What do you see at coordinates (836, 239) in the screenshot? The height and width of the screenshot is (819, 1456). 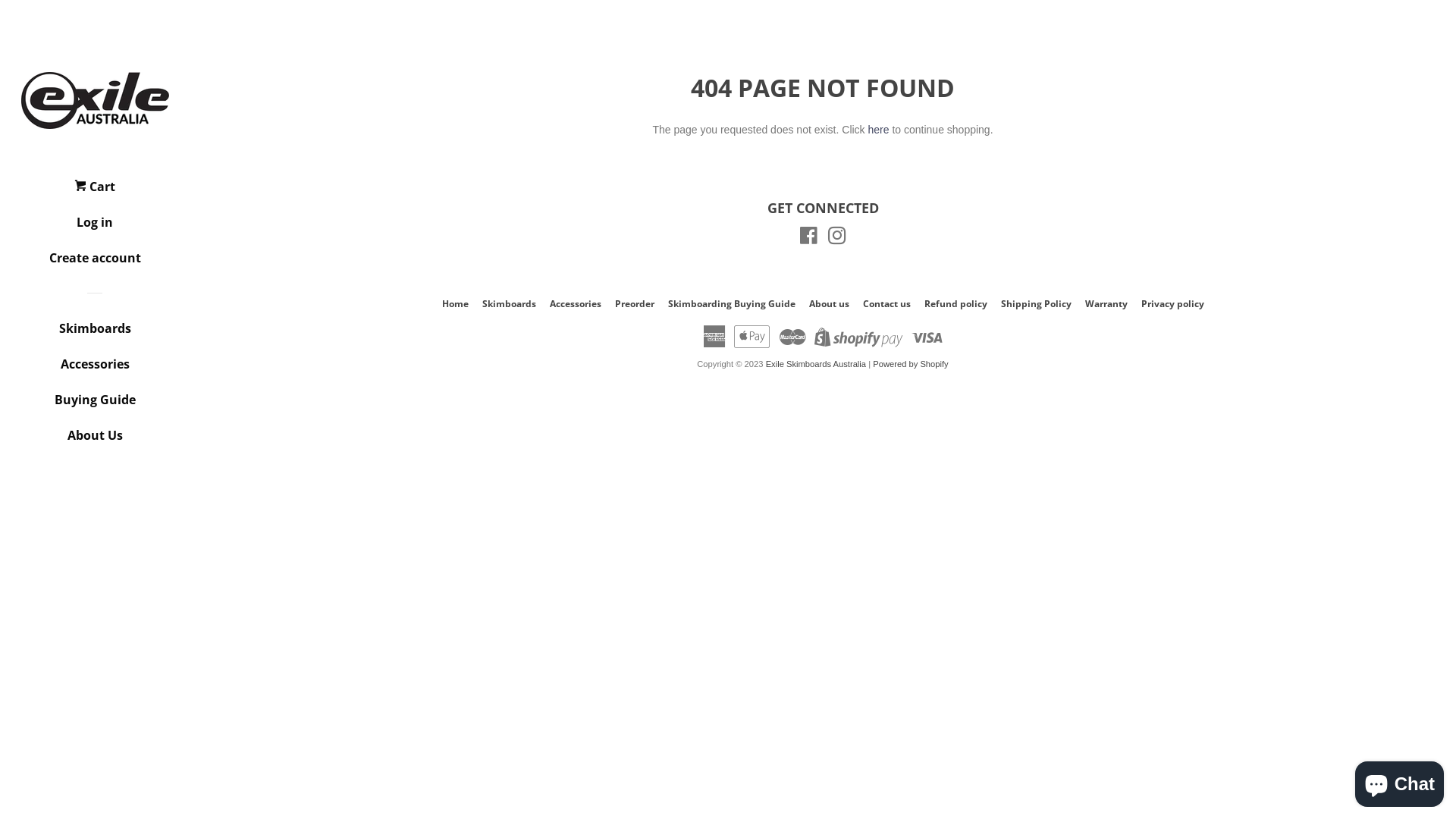 I see `'Instagram'` at bounding box center [836, 239].